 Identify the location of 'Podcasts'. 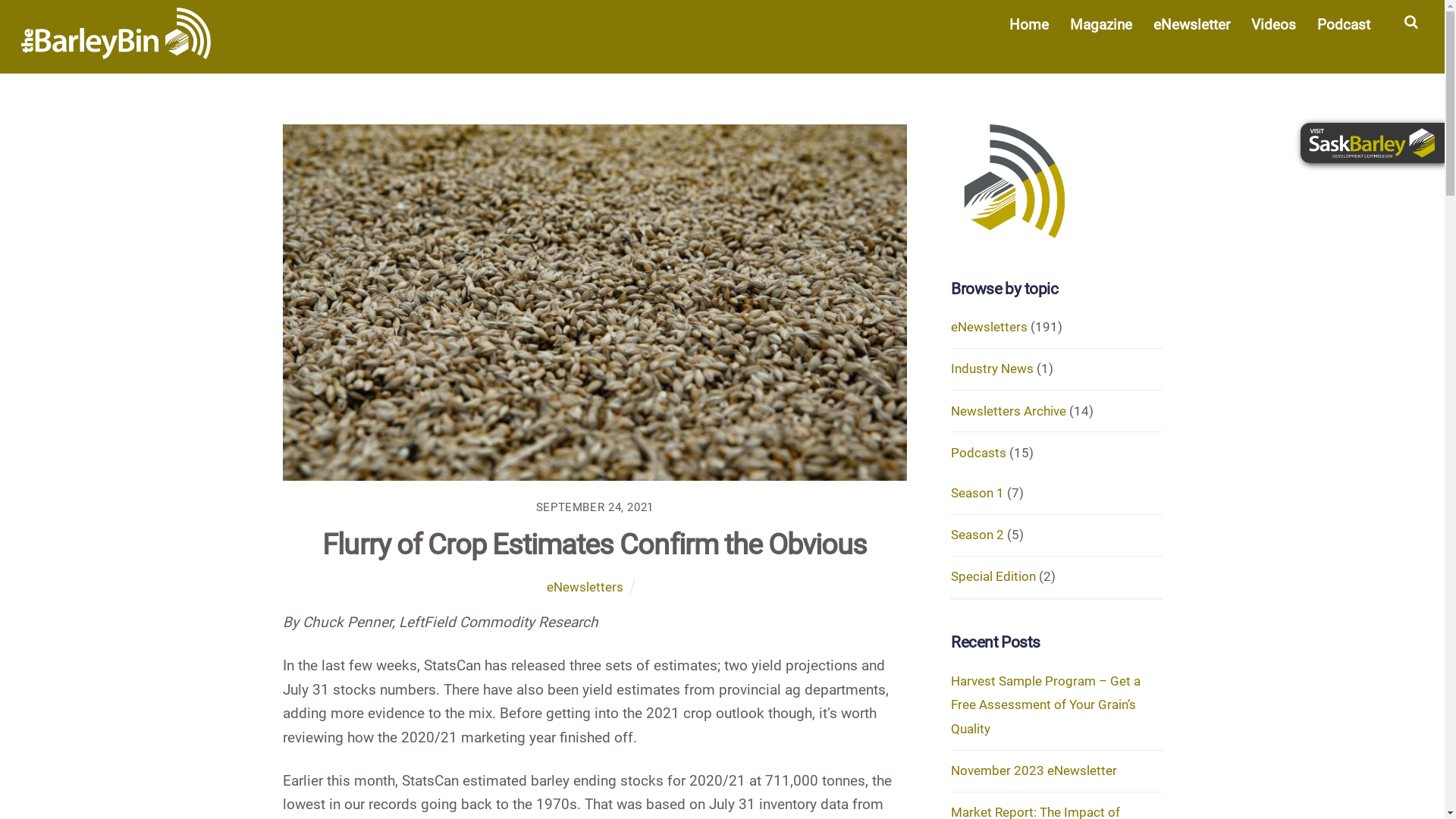
(949, 452).